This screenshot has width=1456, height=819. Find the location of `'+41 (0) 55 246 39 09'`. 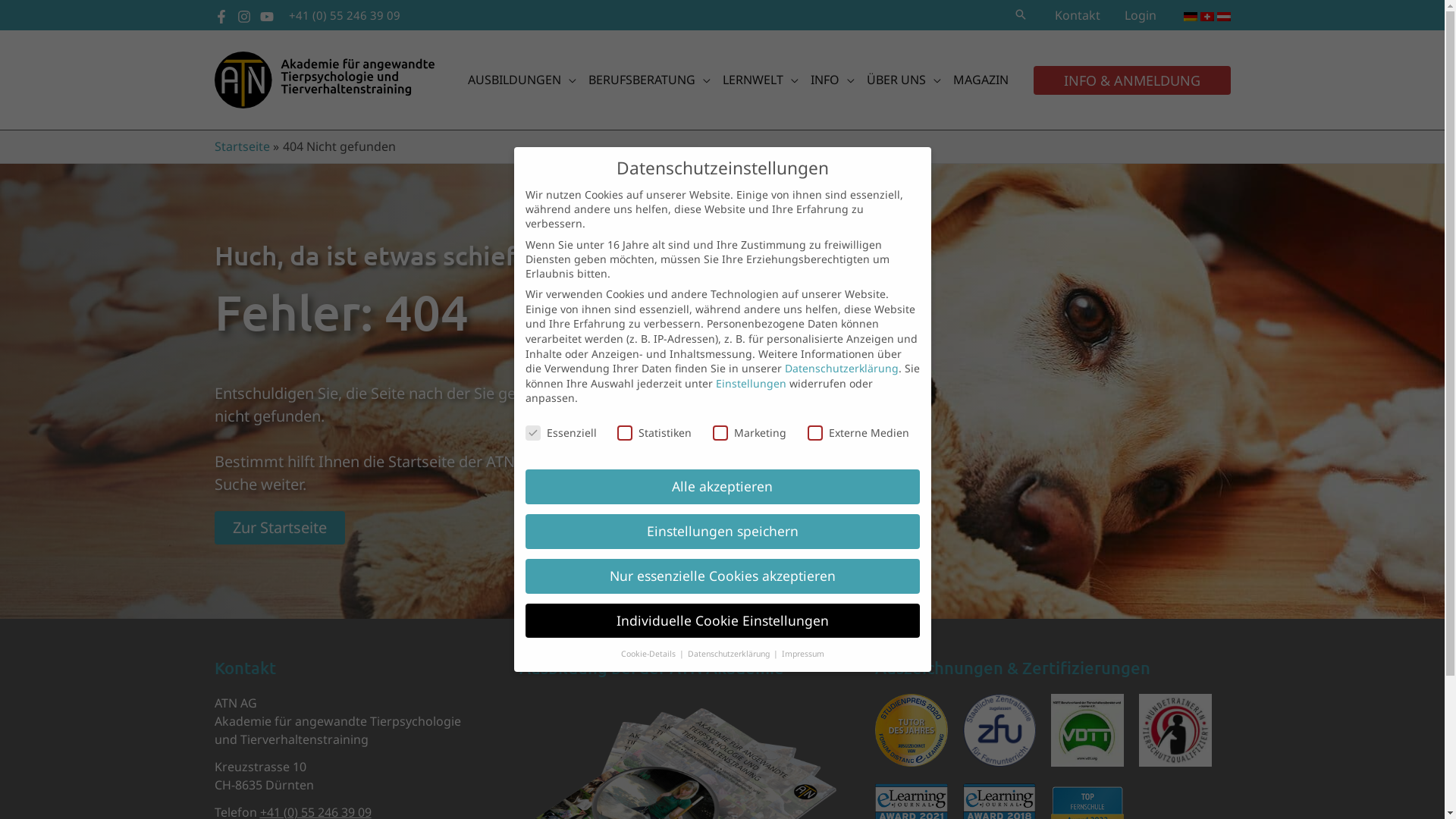

'+41 (0) 55 246 39 09' is located at coordinates (343, 14).